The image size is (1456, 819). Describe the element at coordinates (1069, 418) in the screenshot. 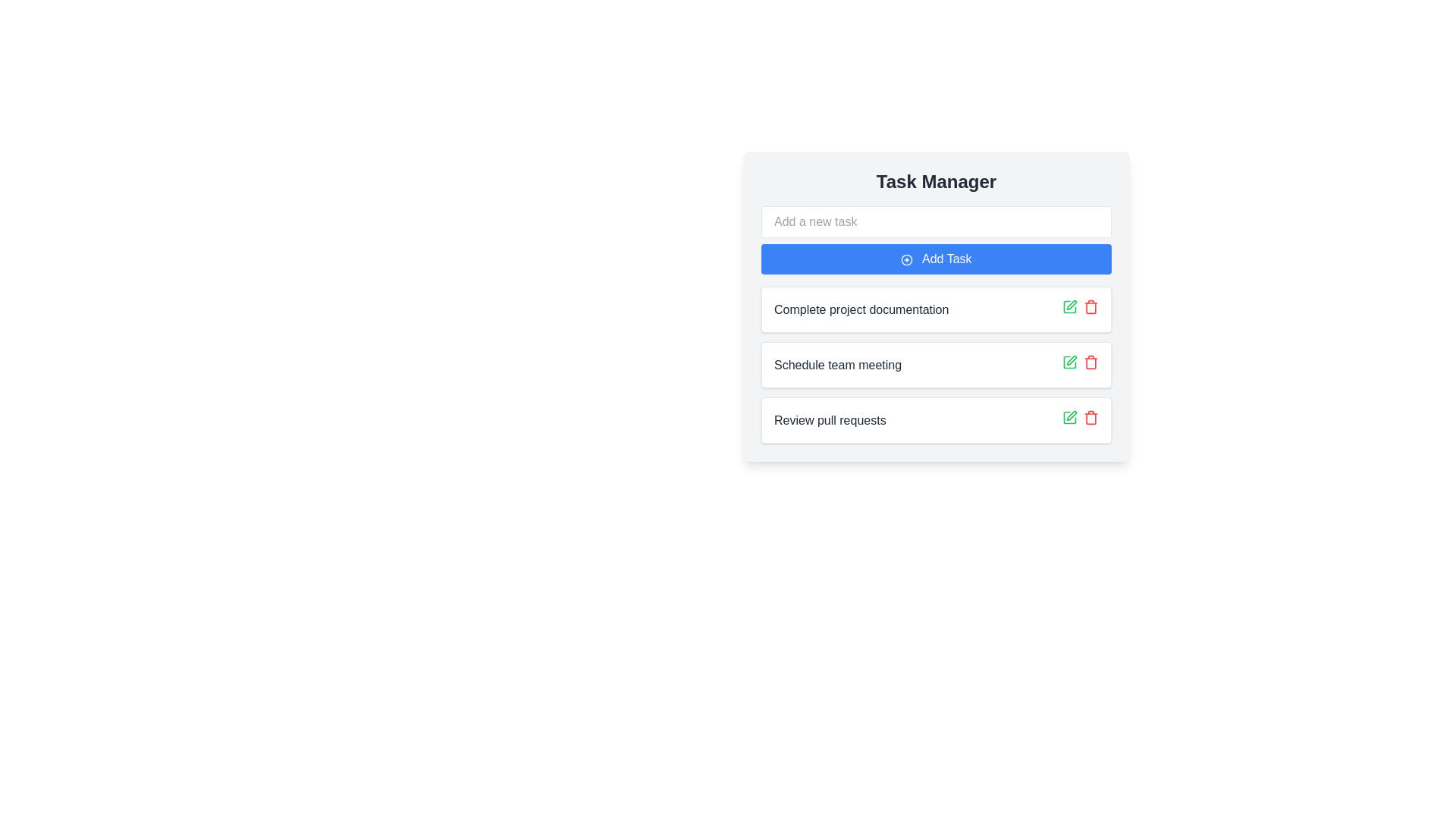

I see `the green edit button with a pen icon located in the right control section of the 'Review pull requests' task` at that location.